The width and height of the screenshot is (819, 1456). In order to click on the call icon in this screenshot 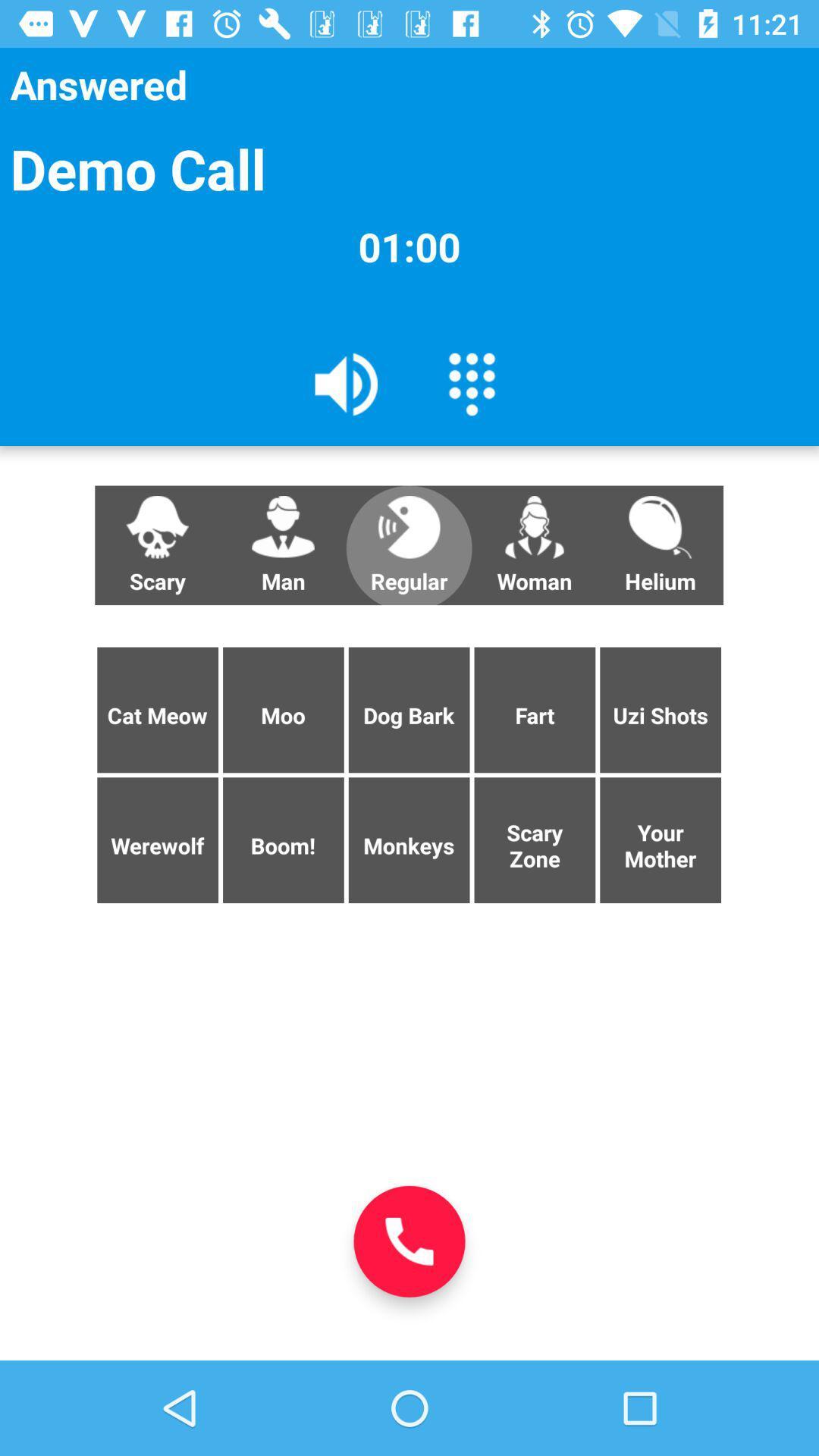, I will do `click(409, 1241)`.